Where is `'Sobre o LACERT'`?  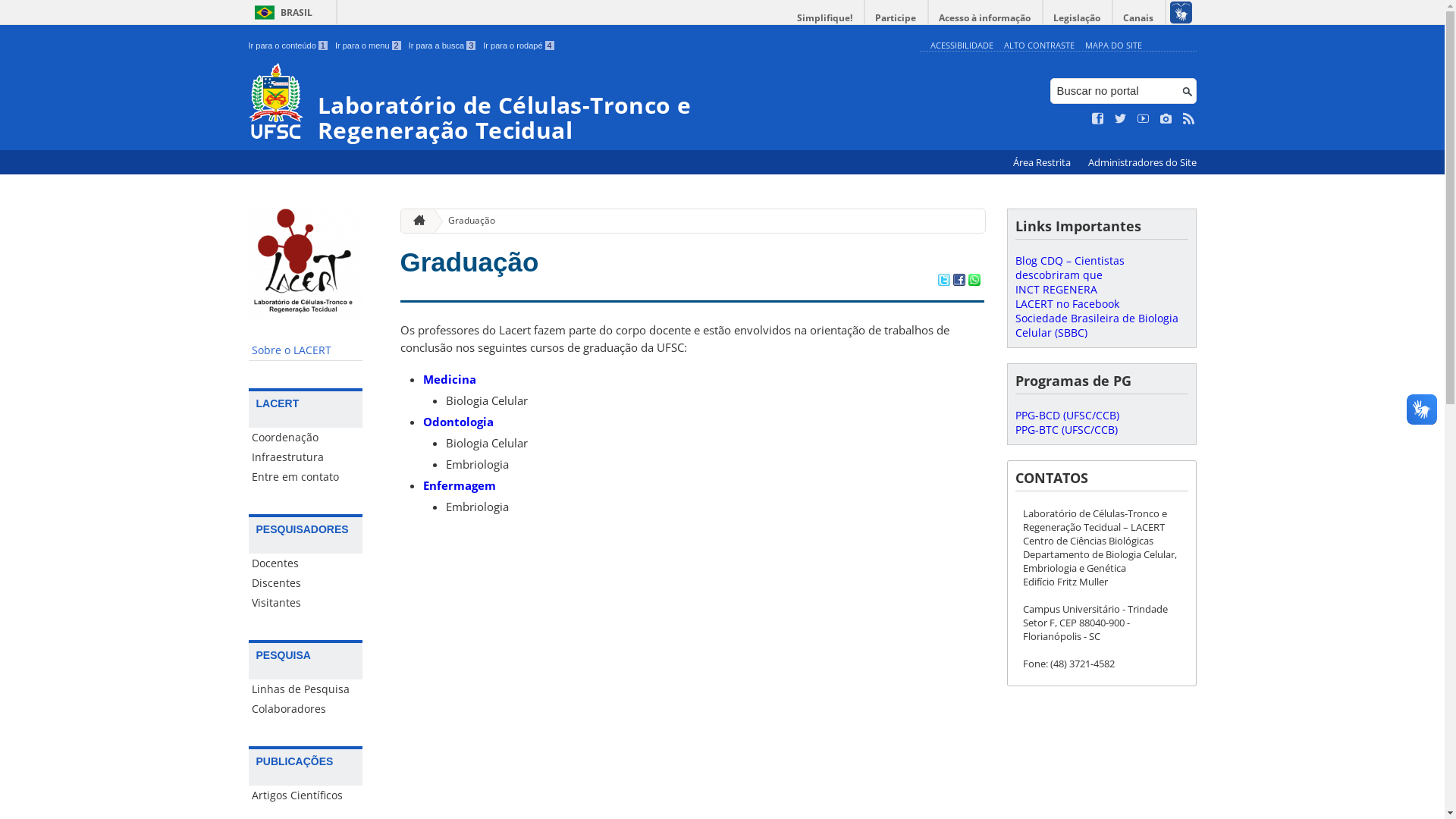 'Sobre o LACERT' is located at coordinates (305, 350).